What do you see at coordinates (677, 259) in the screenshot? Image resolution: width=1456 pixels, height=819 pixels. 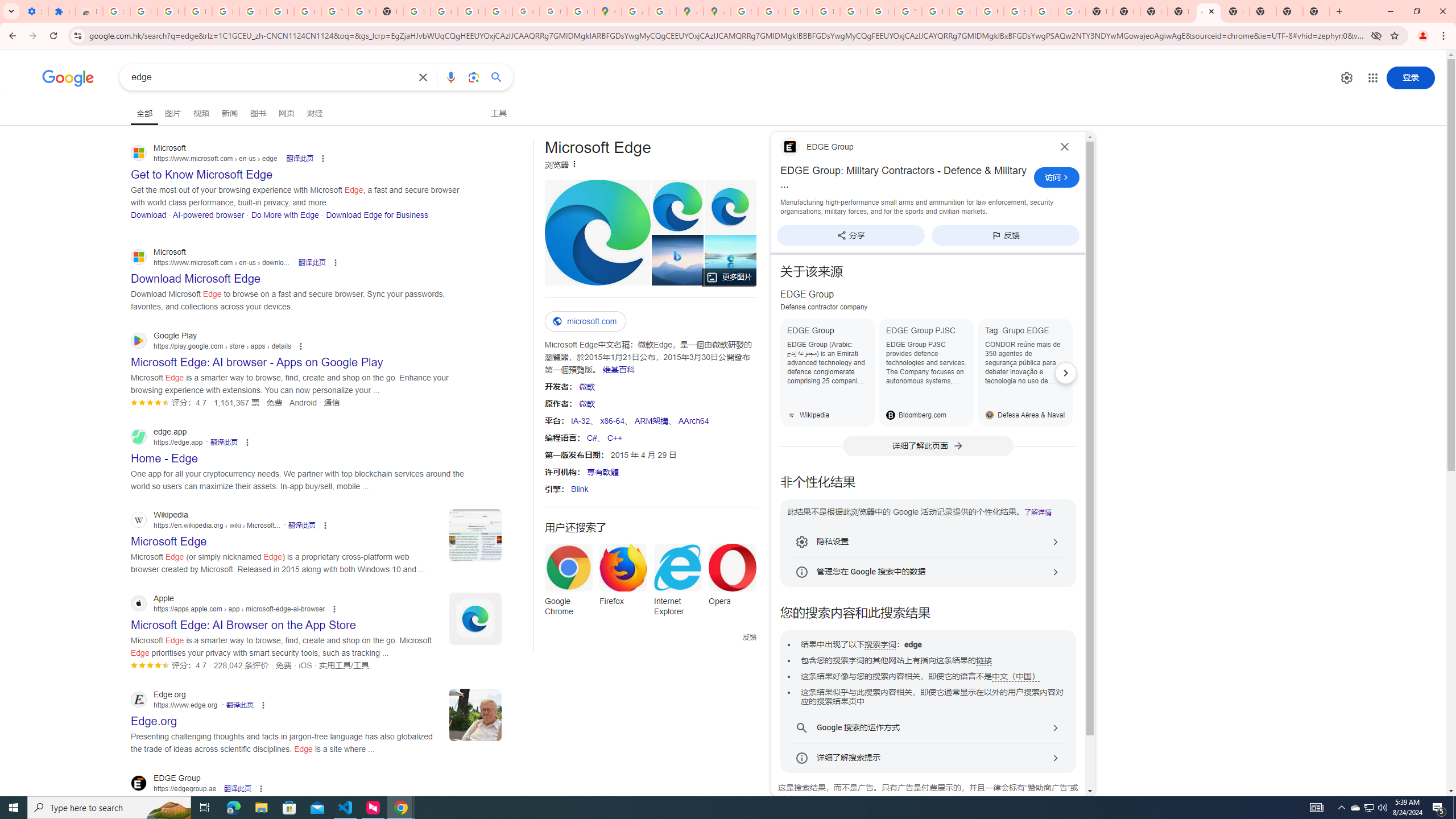 I see `'Microsoft Edge help & learning'` at bounding box center [677, 259].